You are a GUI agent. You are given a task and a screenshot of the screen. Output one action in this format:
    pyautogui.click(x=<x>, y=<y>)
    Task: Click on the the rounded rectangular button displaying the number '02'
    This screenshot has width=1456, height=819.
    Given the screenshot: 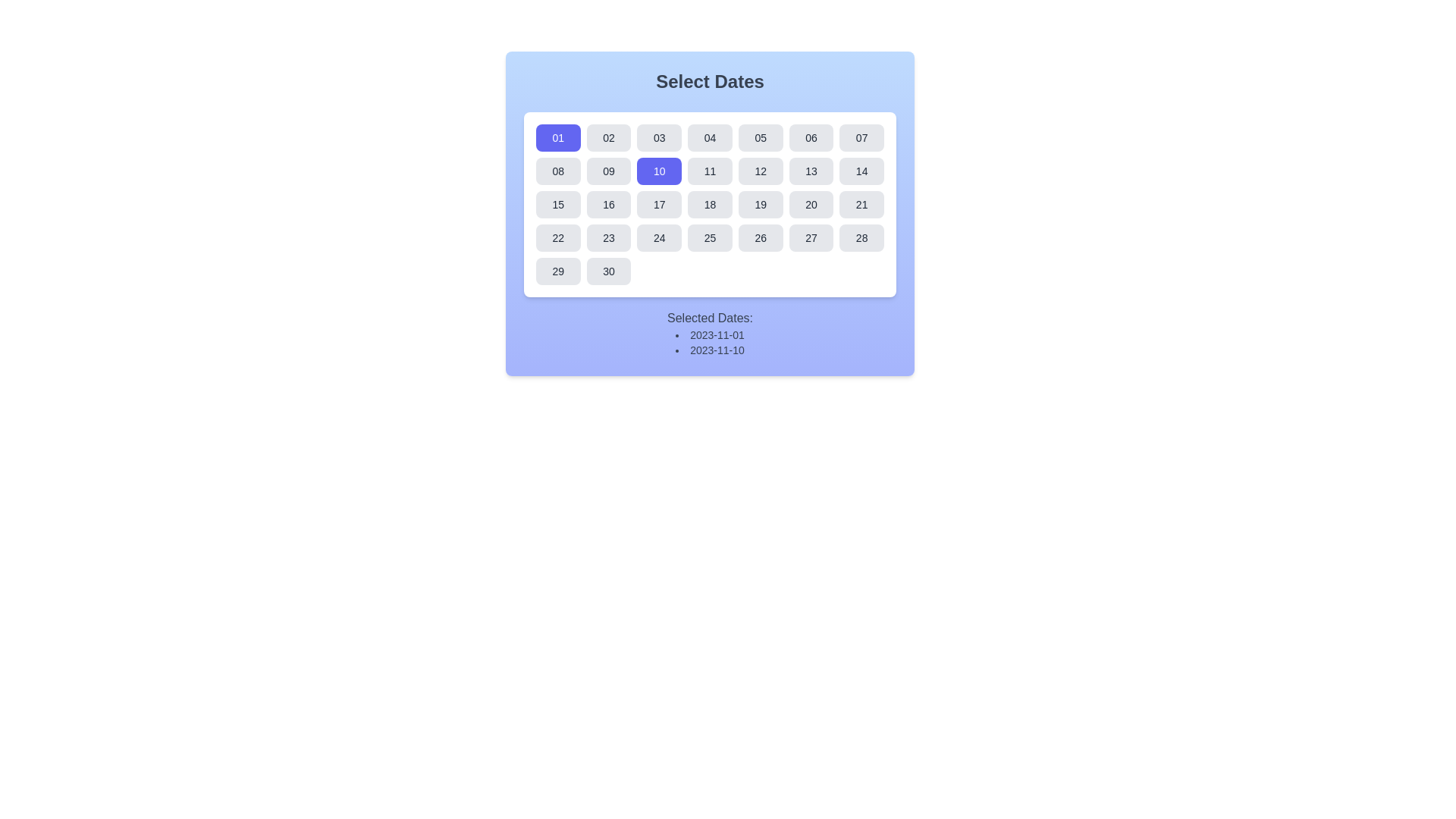 What is the action you would take?
    pyautogui.click(x=609, y=137)
    